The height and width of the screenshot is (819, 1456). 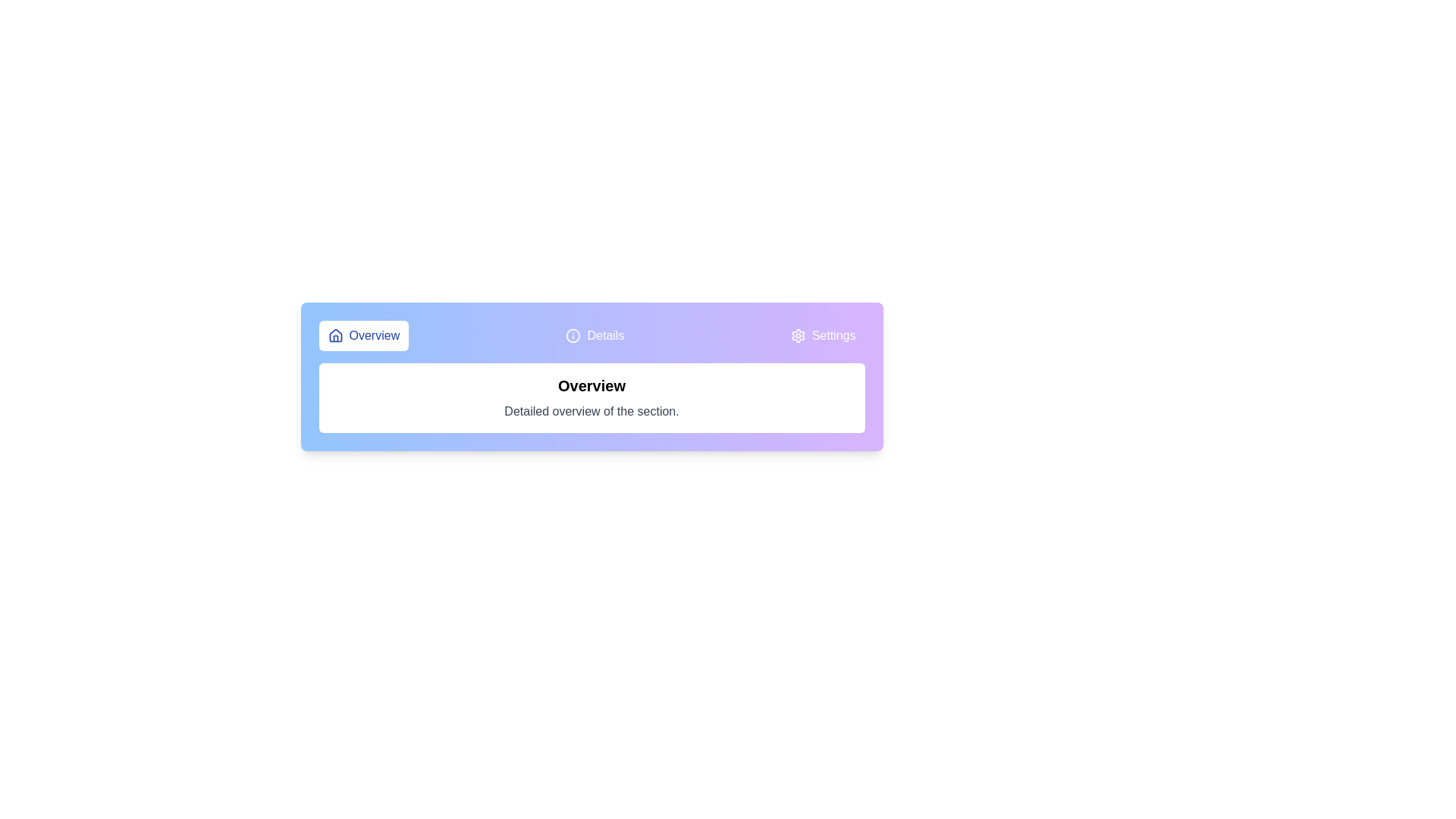 What do you see at coordinates (573, 335) in the screenshot?
I see `the circular outline of the 'Details' icon located centrally among the navigation options at the top of the interface` at bounding box center [573, 335].